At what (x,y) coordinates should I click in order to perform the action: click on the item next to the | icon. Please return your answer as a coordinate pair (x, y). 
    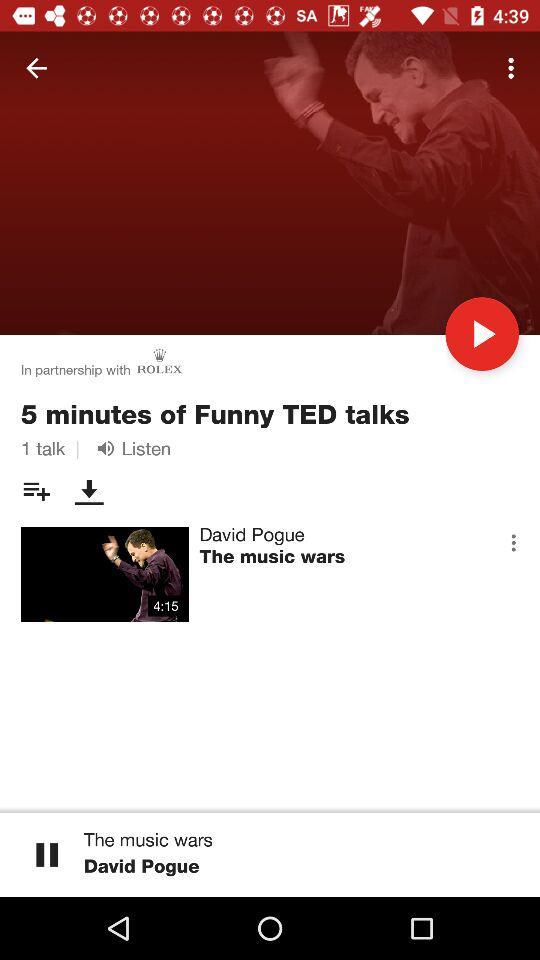
    Looking at the image, I should click on (130, 448).